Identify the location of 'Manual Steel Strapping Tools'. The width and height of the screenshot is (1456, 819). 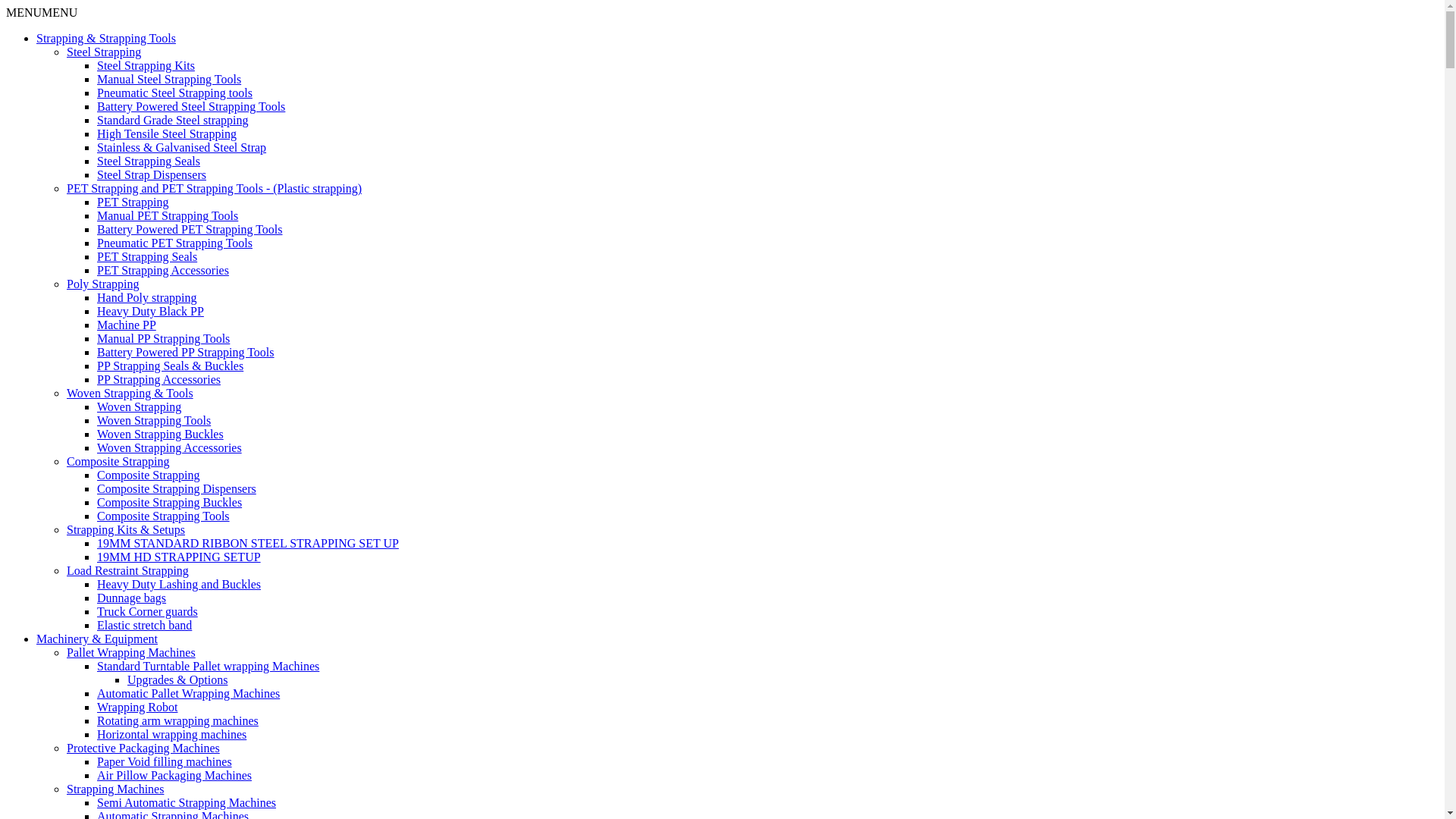
(168, 79).